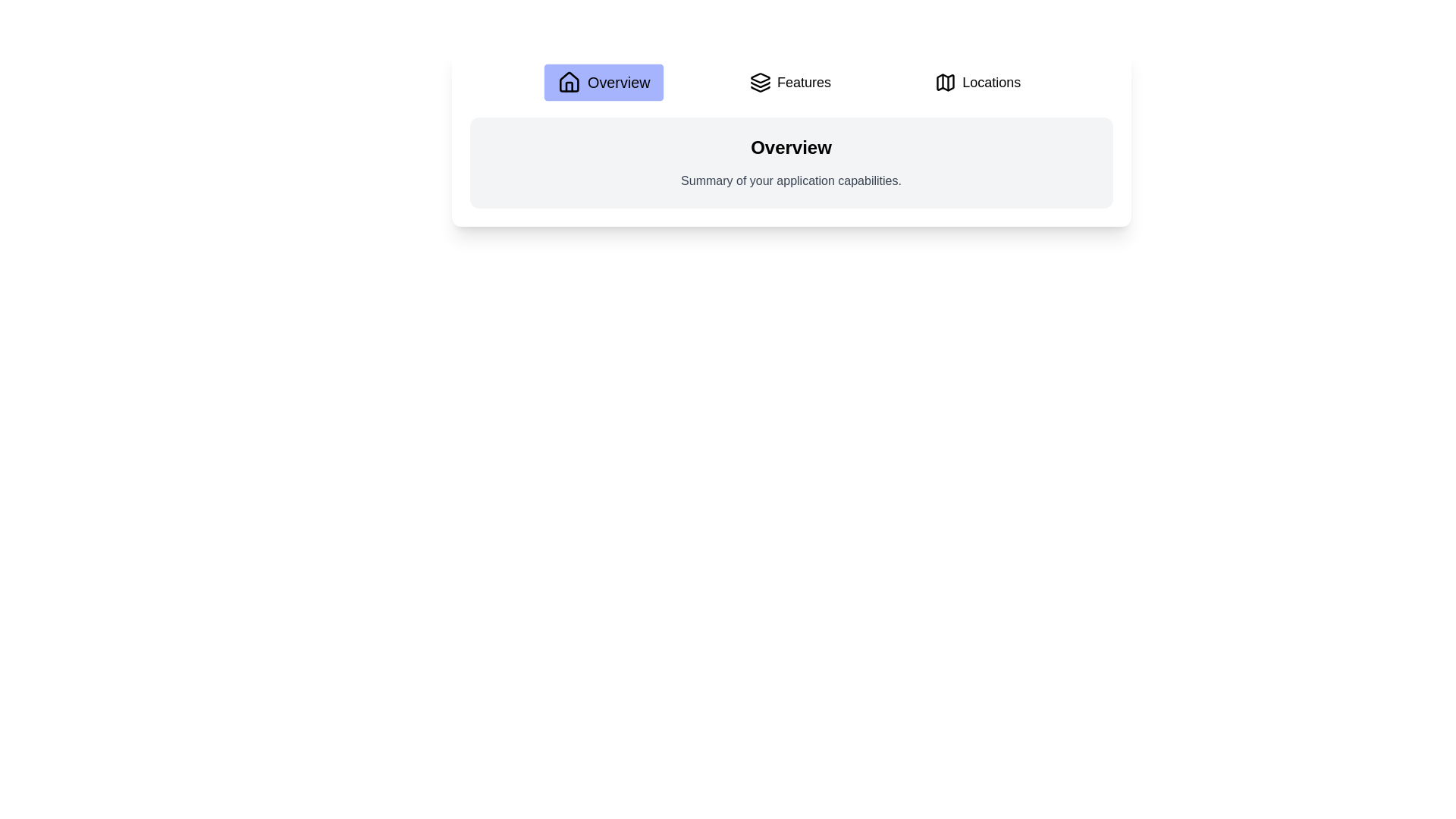 The image size is (1456, 819). I want to click on the Locations tab to navigate to its content, so click(977, 82).